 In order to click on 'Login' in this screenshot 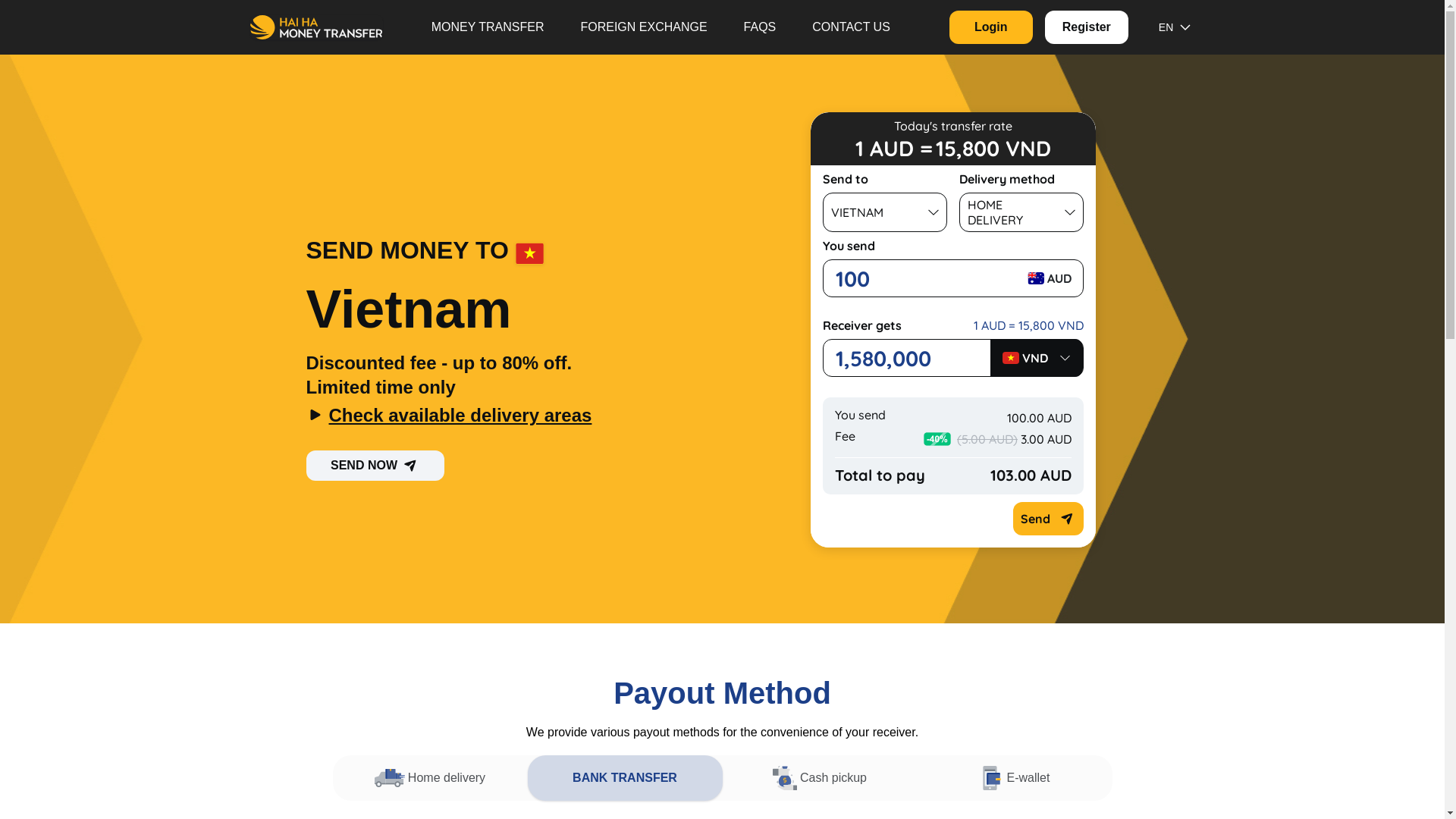, I will do `click(990, 27)`.